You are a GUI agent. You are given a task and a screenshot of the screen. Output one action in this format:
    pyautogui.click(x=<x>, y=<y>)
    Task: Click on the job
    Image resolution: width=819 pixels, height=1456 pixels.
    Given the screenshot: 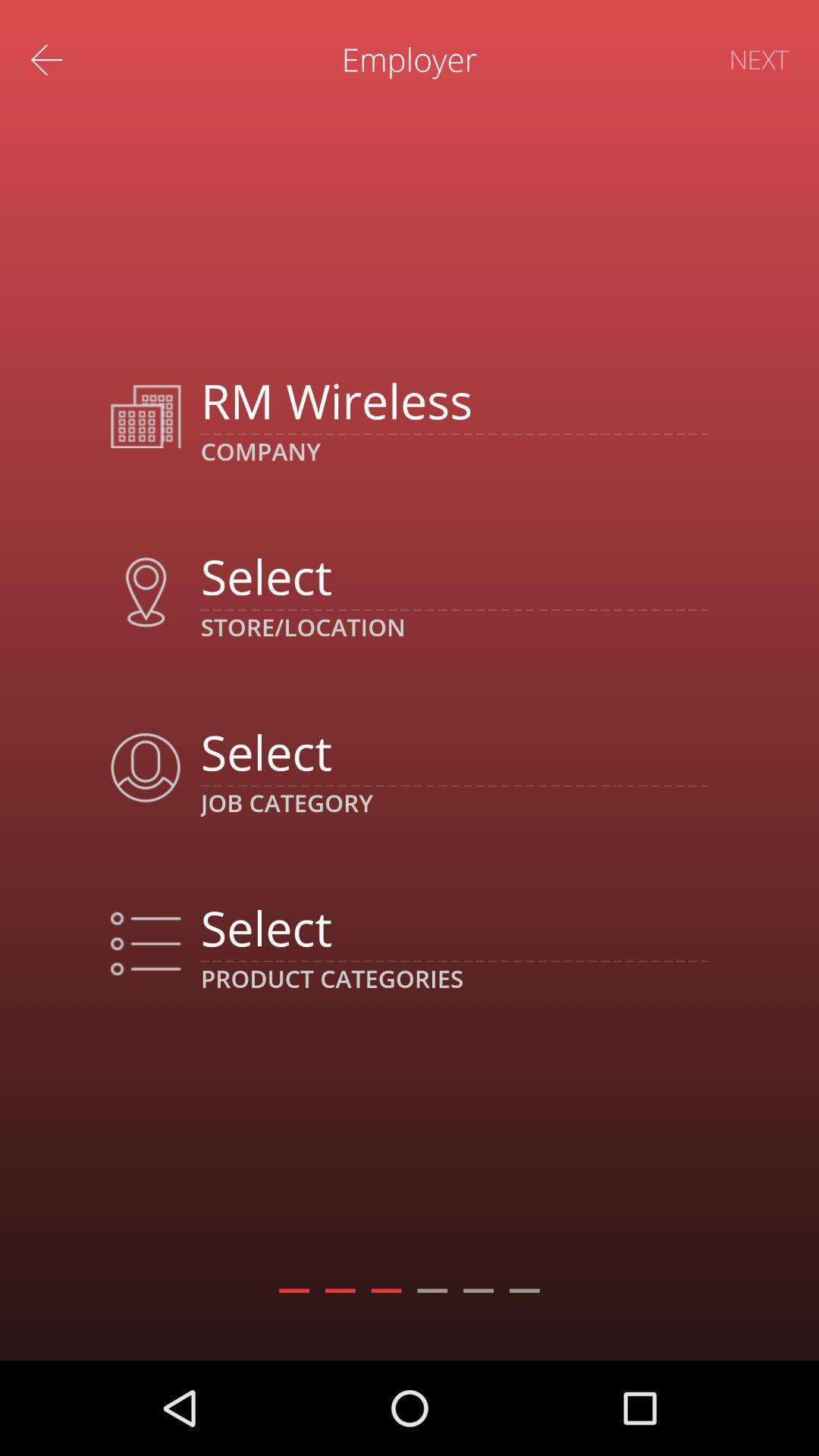 What is the action you would take?
    pyautogui.click(x=453, y=752)
    